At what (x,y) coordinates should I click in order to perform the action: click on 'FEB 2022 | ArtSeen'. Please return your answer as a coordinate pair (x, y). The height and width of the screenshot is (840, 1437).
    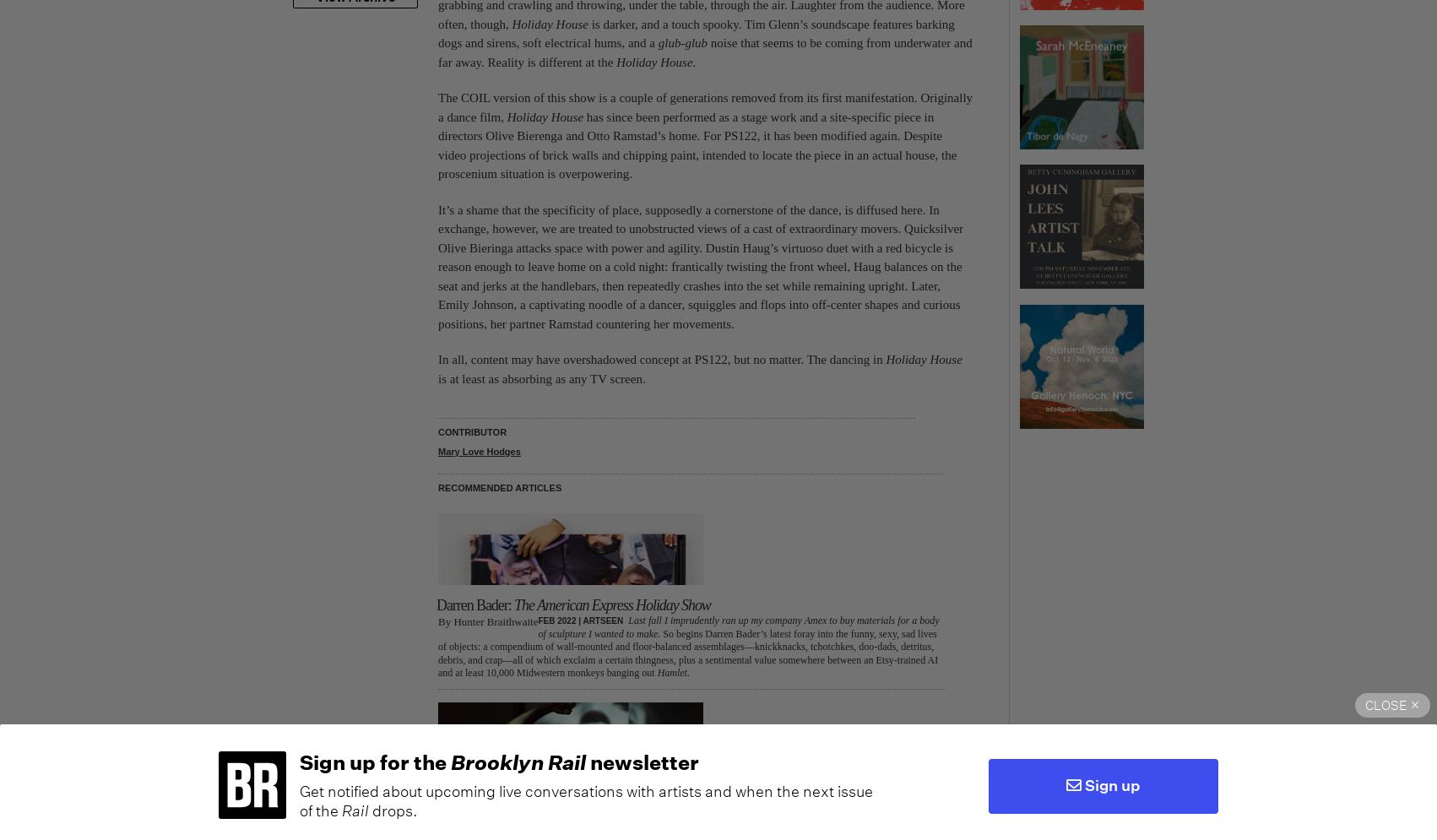
    Looking at the image, I should click on (580, 620).